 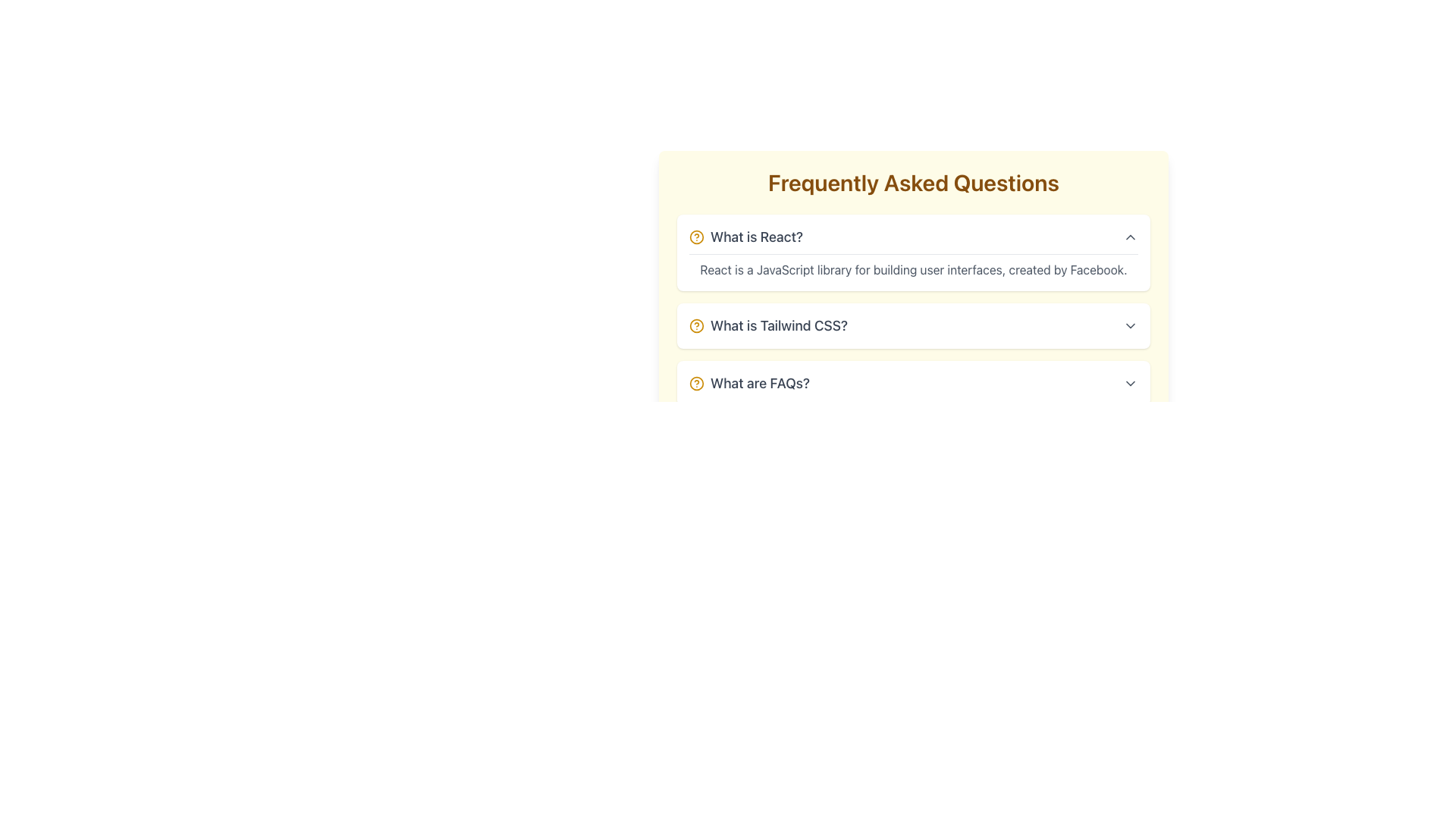 I want to click on the static text description providing details for the FAQ question 'What is React?' located beneath the question, so click(x=912, y=265).